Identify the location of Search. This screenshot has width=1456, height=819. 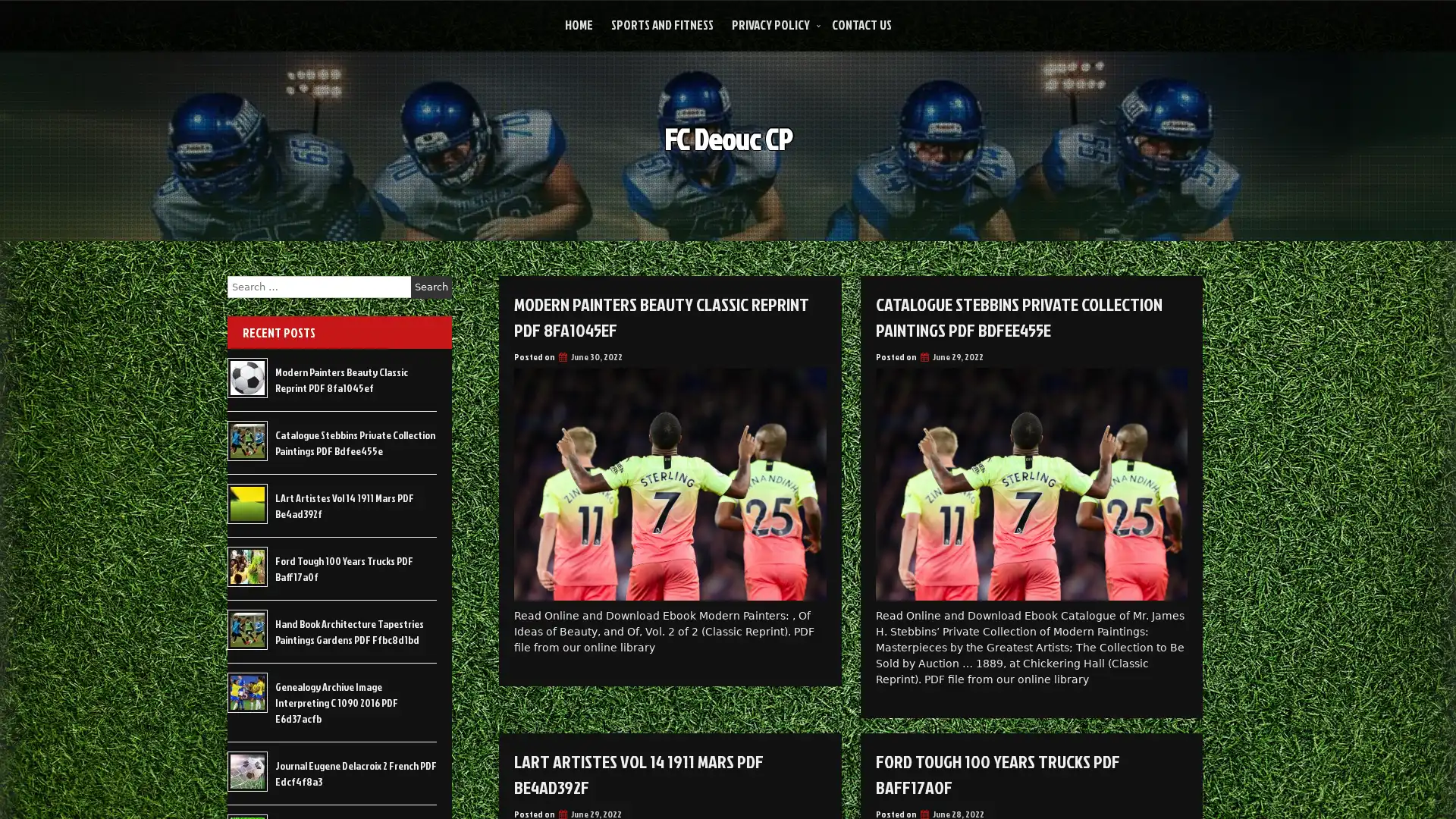
(431, 287).